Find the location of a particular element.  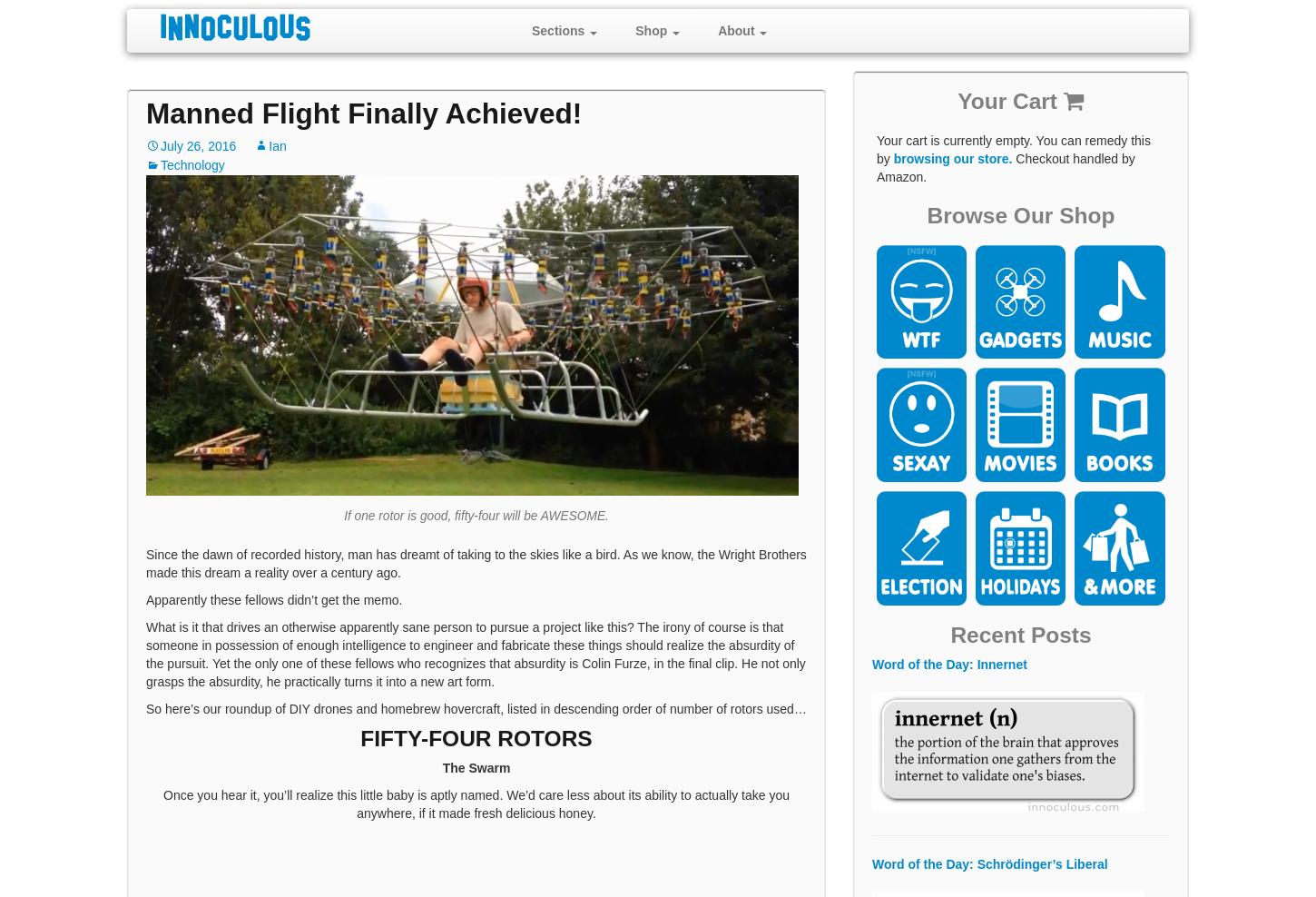

'Checkout handled by Amazon.' is located at coordinates (1004, 165).